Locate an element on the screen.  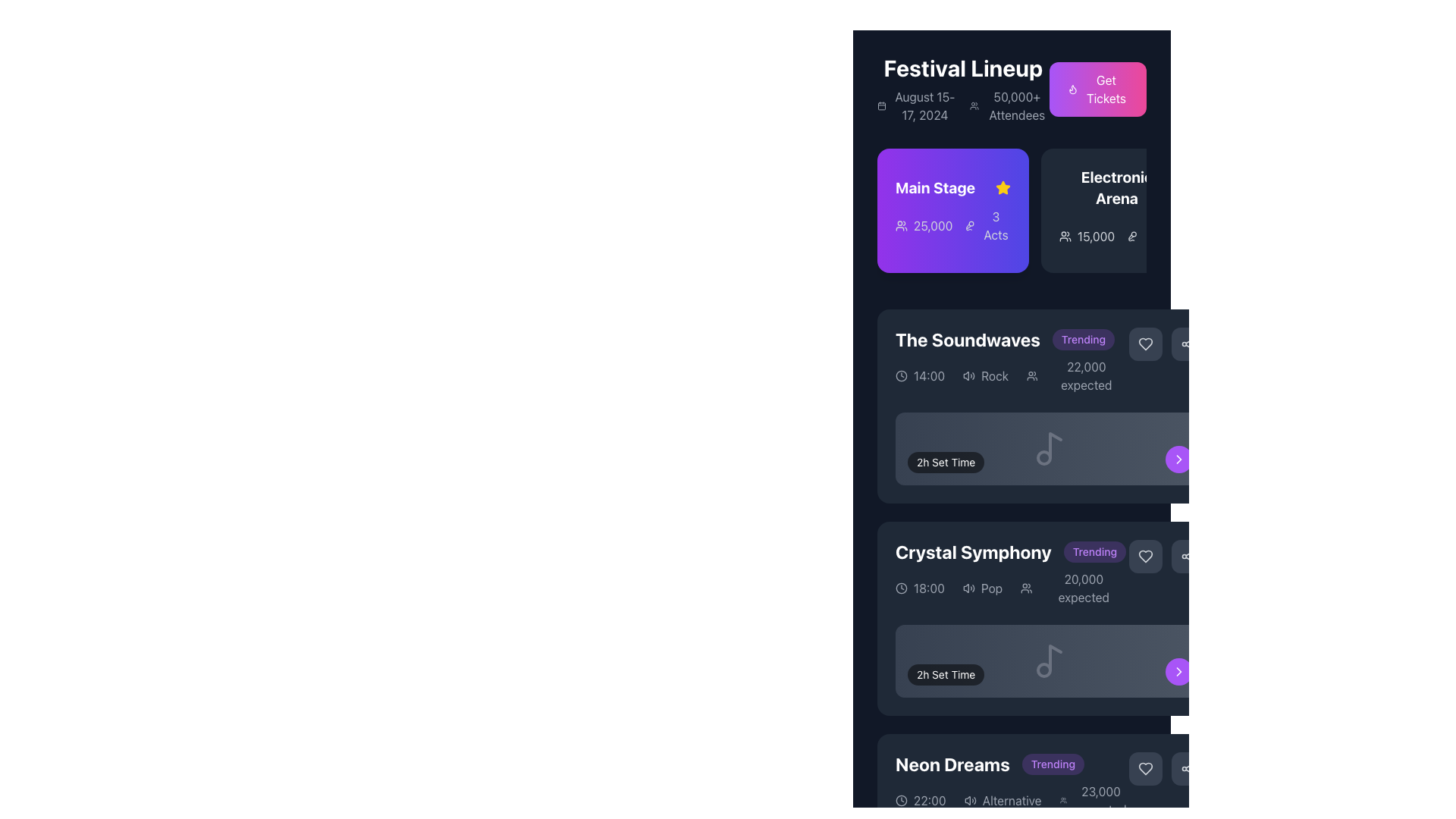
the chevron icon located in the purple circular button on the right end of the 'Crystal Symphony' section is located at coordinates (1178, 671).